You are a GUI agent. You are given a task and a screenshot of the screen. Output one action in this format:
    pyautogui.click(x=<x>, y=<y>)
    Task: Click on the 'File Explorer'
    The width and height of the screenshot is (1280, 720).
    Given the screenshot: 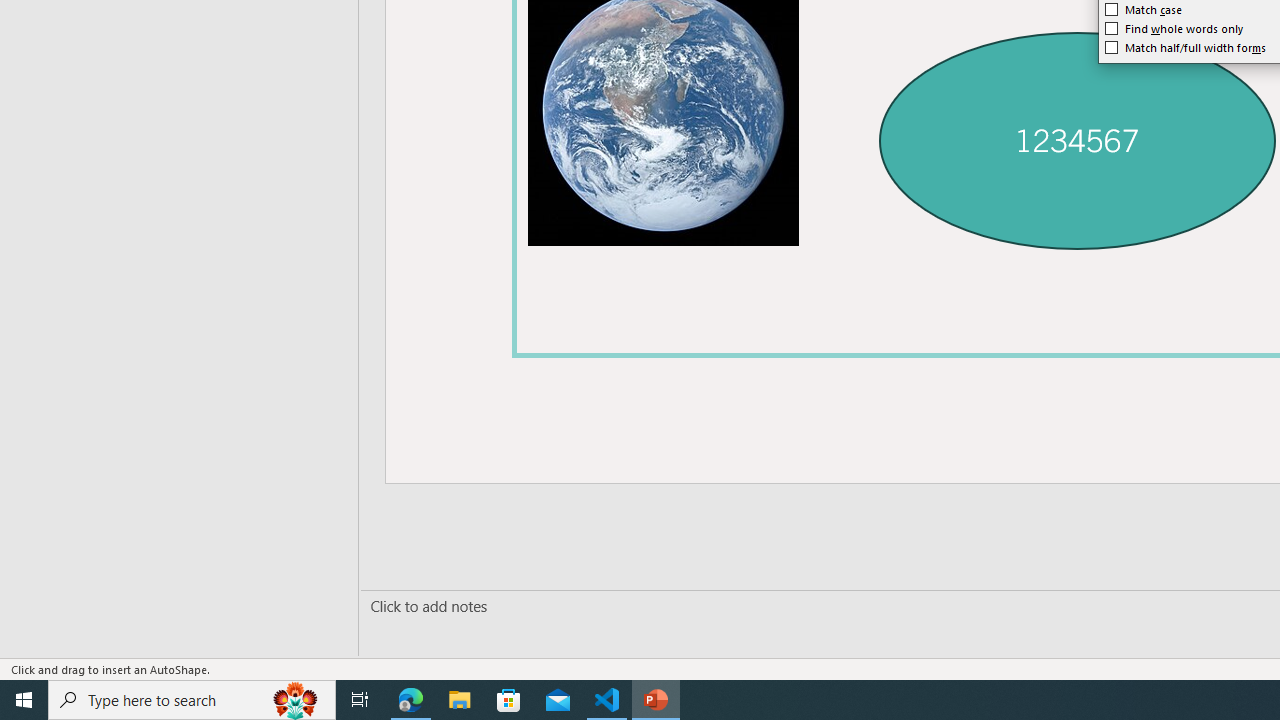 What is the action you would take?
    pyautogui.click(x=459, y=698)
    